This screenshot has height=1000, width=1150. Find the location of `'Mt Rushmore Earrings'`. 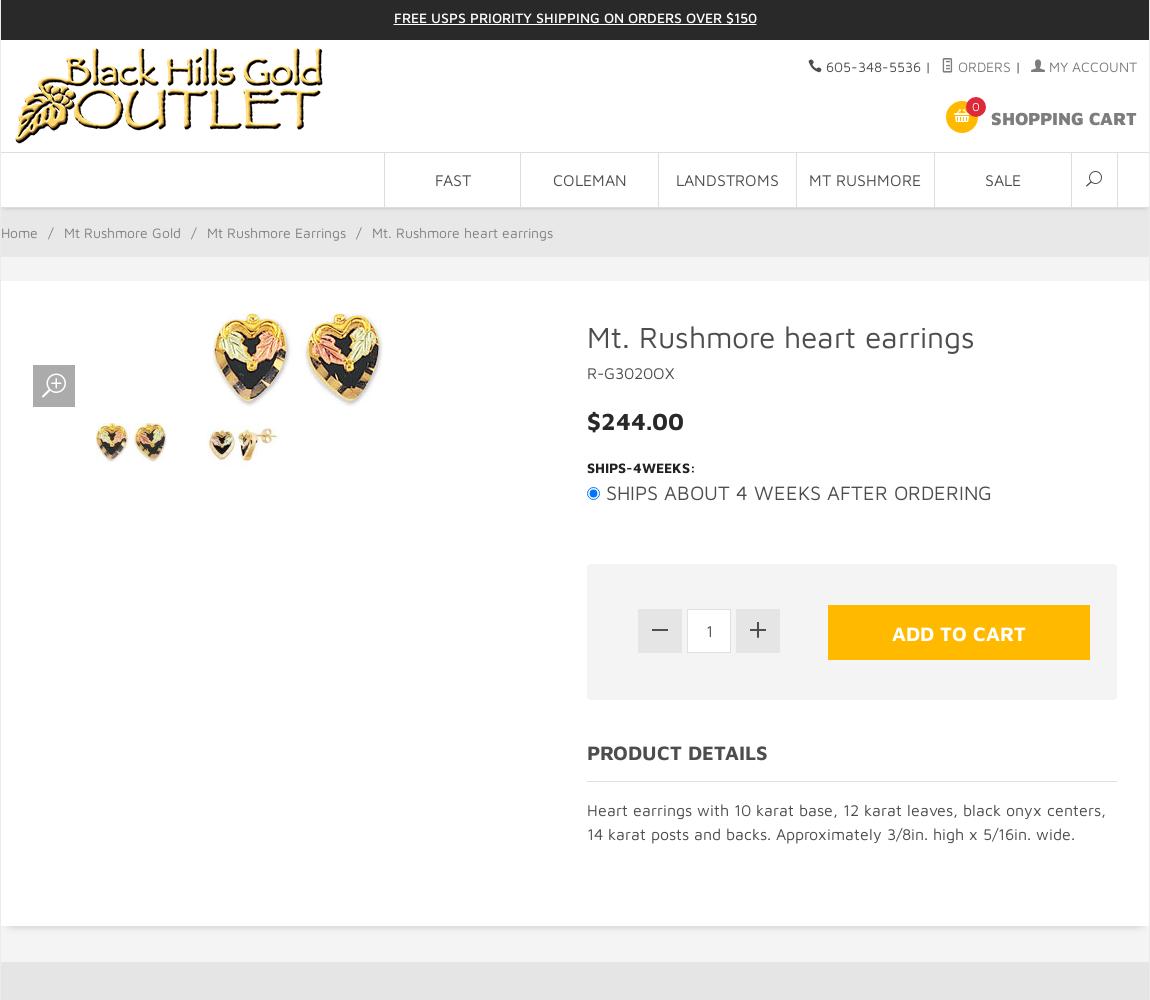

'Mt Rushmore Earrings' is located at coordinates (275, 231).